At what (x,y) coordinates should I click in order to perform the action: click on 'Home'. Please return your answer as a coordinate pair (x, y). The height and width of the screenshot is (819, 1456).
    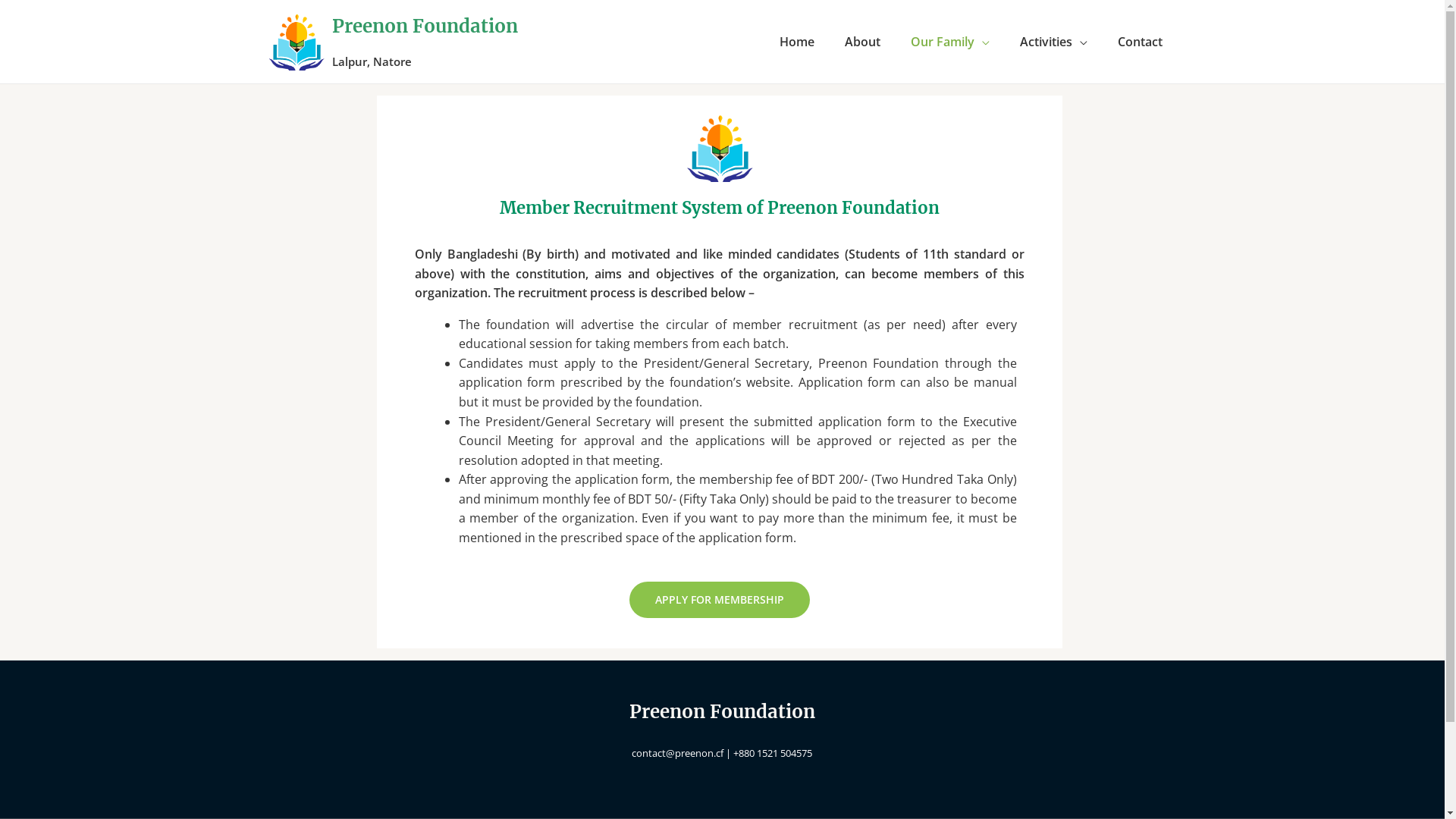
    Looking at the image, I should click on (796, 40).